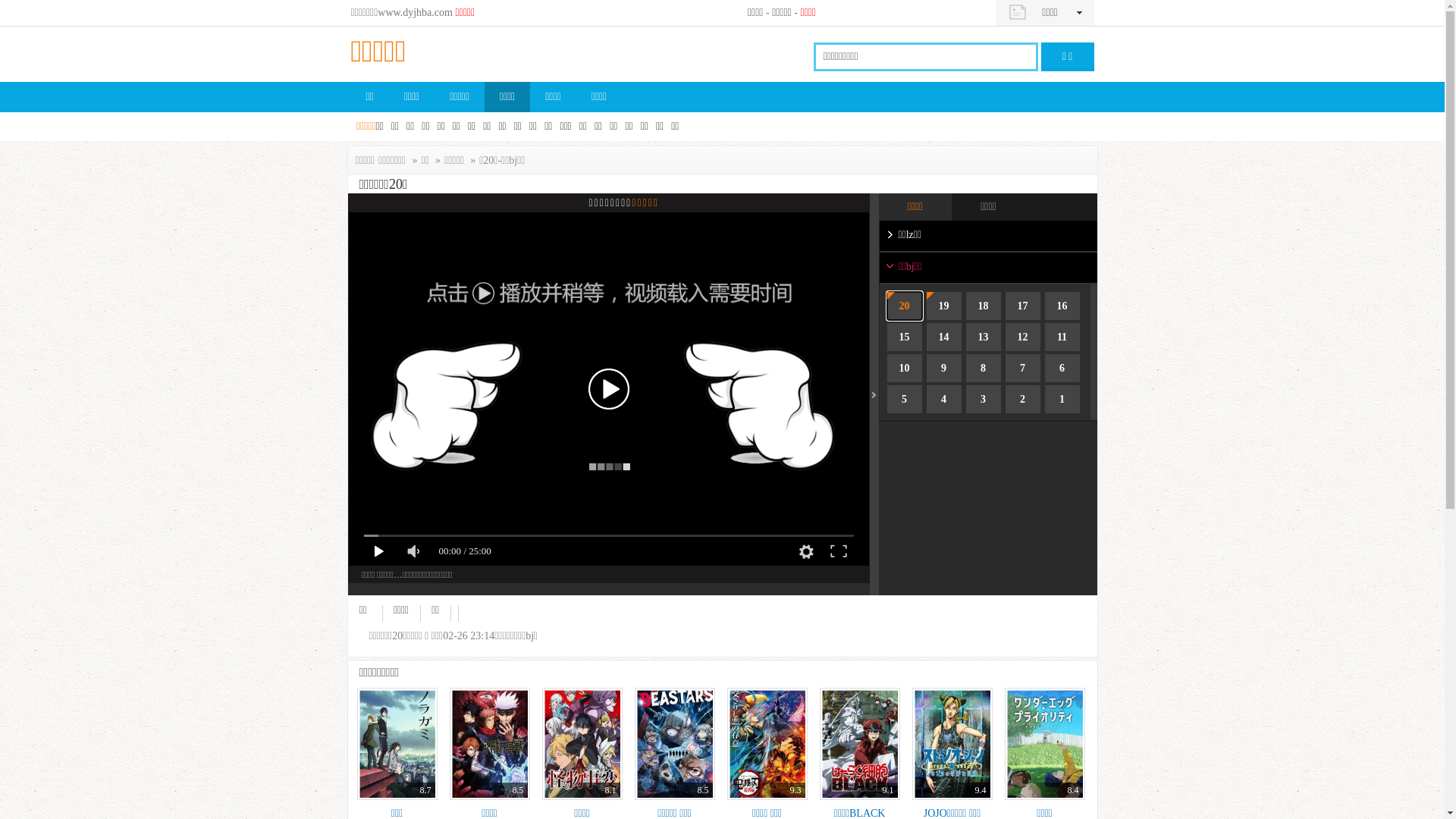 Image resolution: width=1456 pixels, height=819 pixels. What do you see at coordinates (1022, 336) in the screenshot?
I see `'12'` at bounding box center [1022, 336].